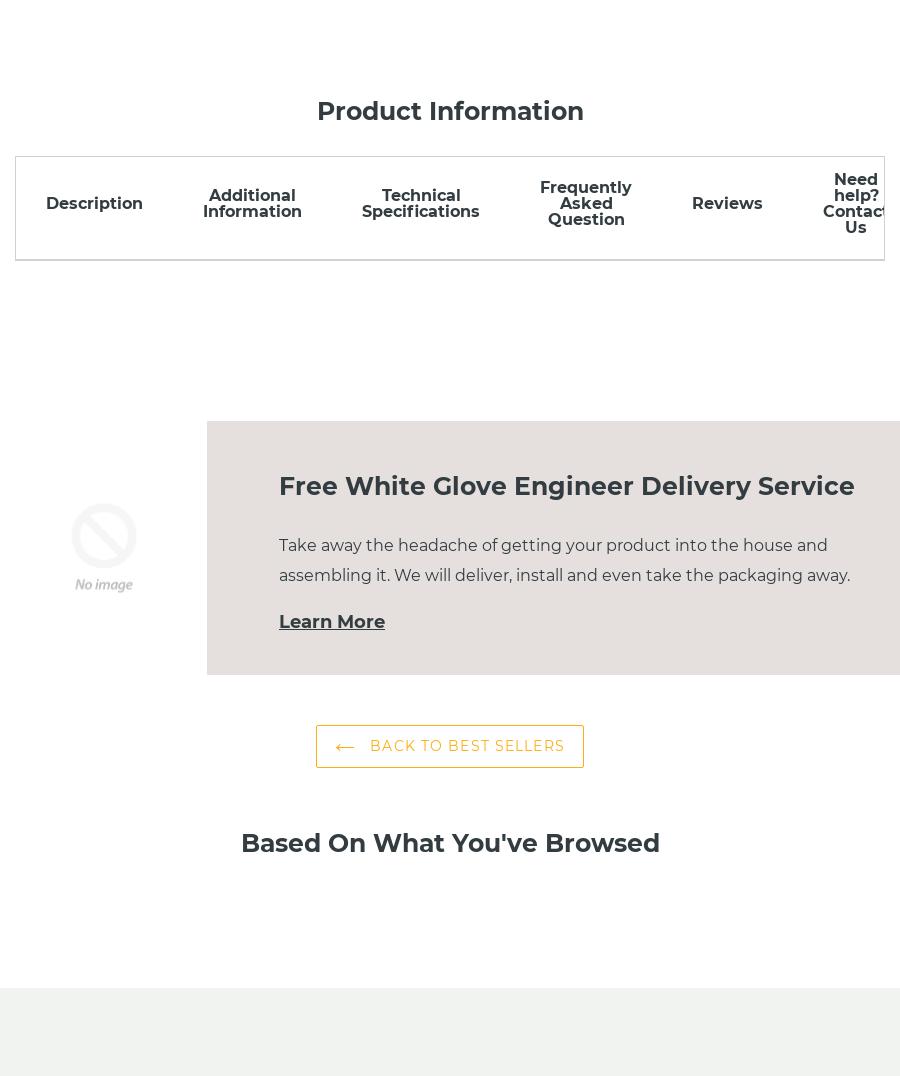  Describe the element at coordinates (567, 485) in the screenshot. I see `'Free White Glove Engineer Delivery Service'` at that location.